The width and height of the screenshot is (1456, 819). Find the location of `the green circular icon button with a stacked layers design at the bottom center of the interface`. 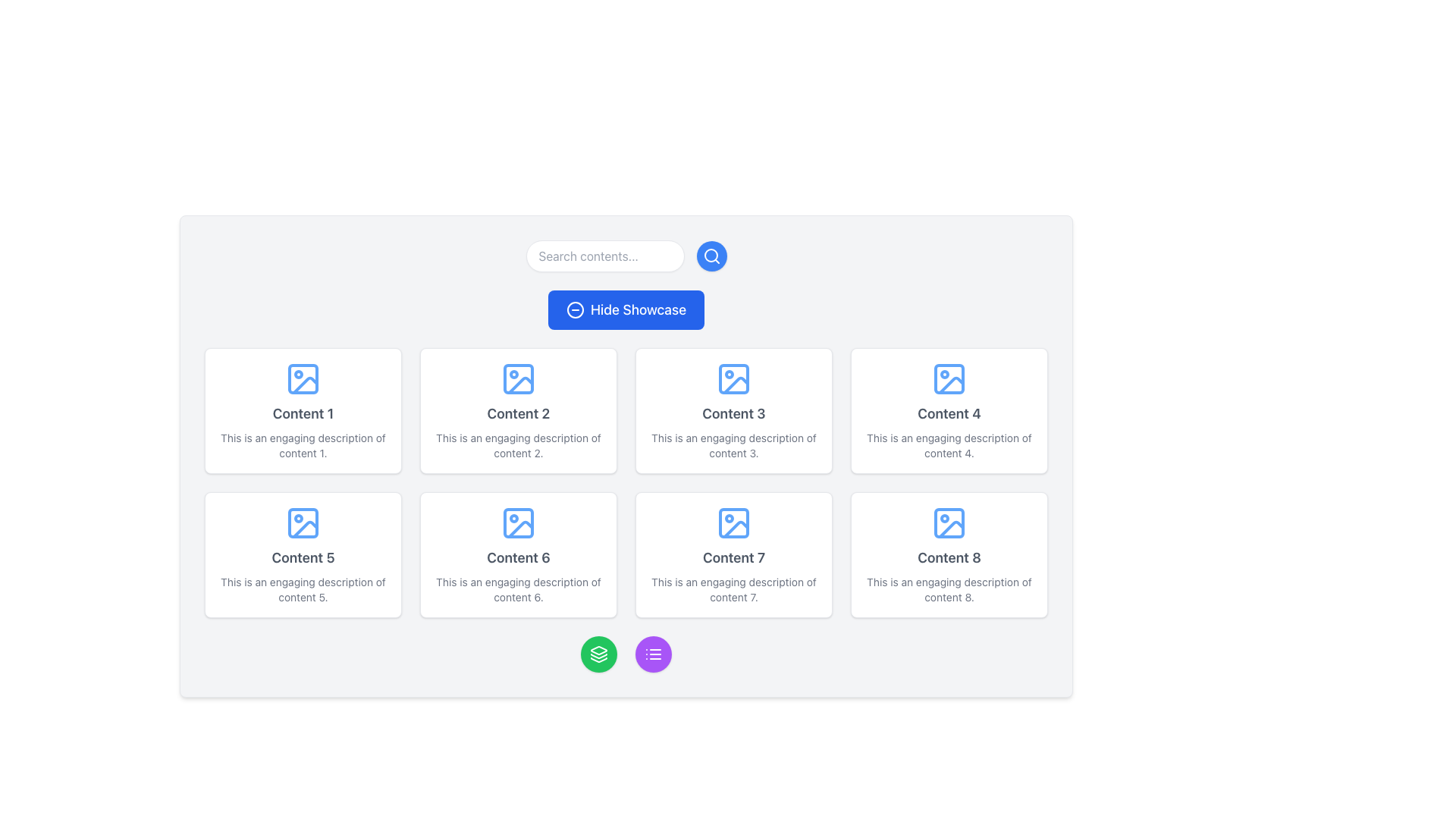

the green circular icon button with a stacked layers design at the bottom center of the interface is located at coordinates (598, 654).